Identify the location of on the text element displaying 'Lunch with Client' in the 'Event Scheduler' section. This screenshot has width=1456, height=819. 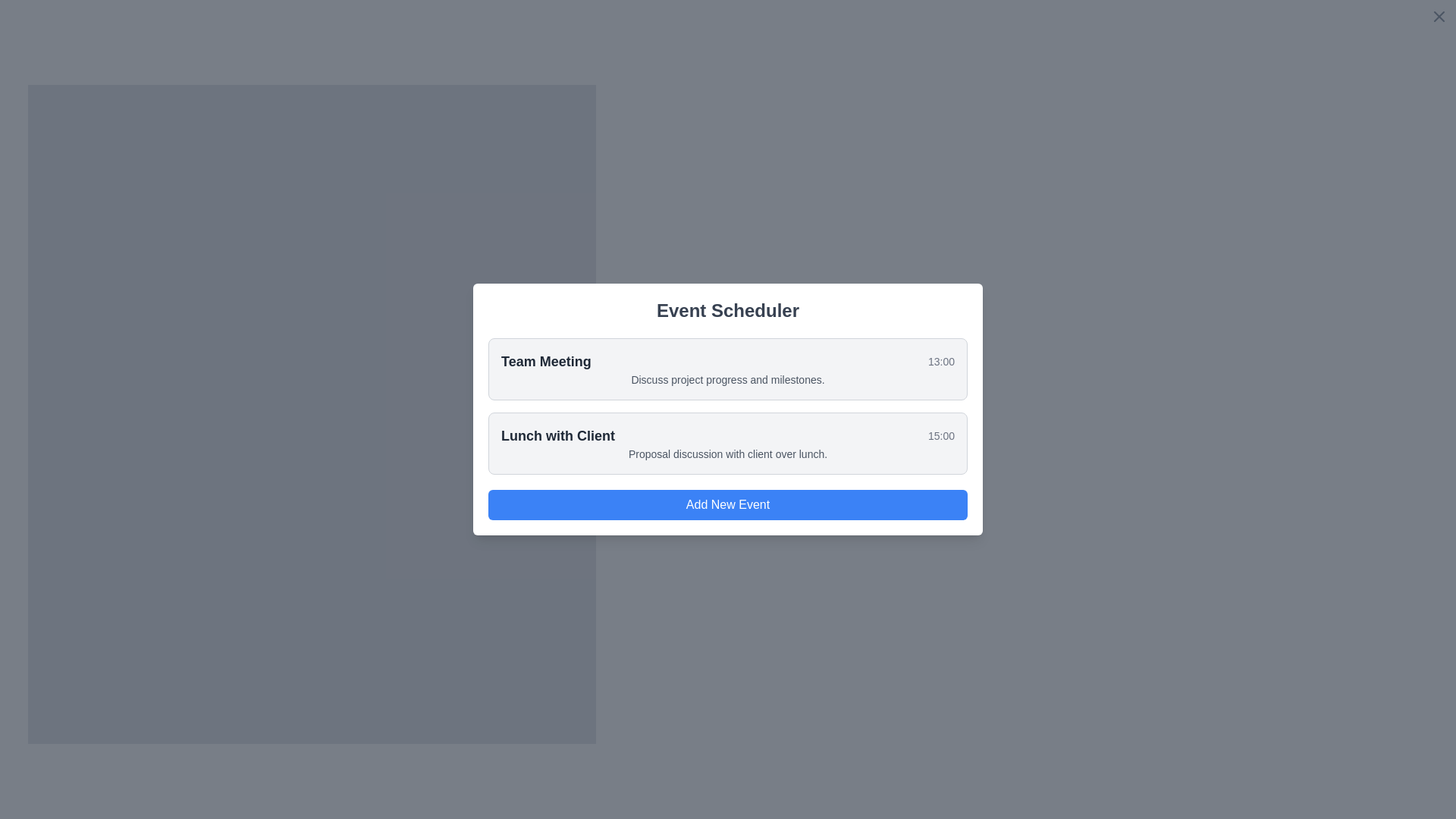
(557, 435).